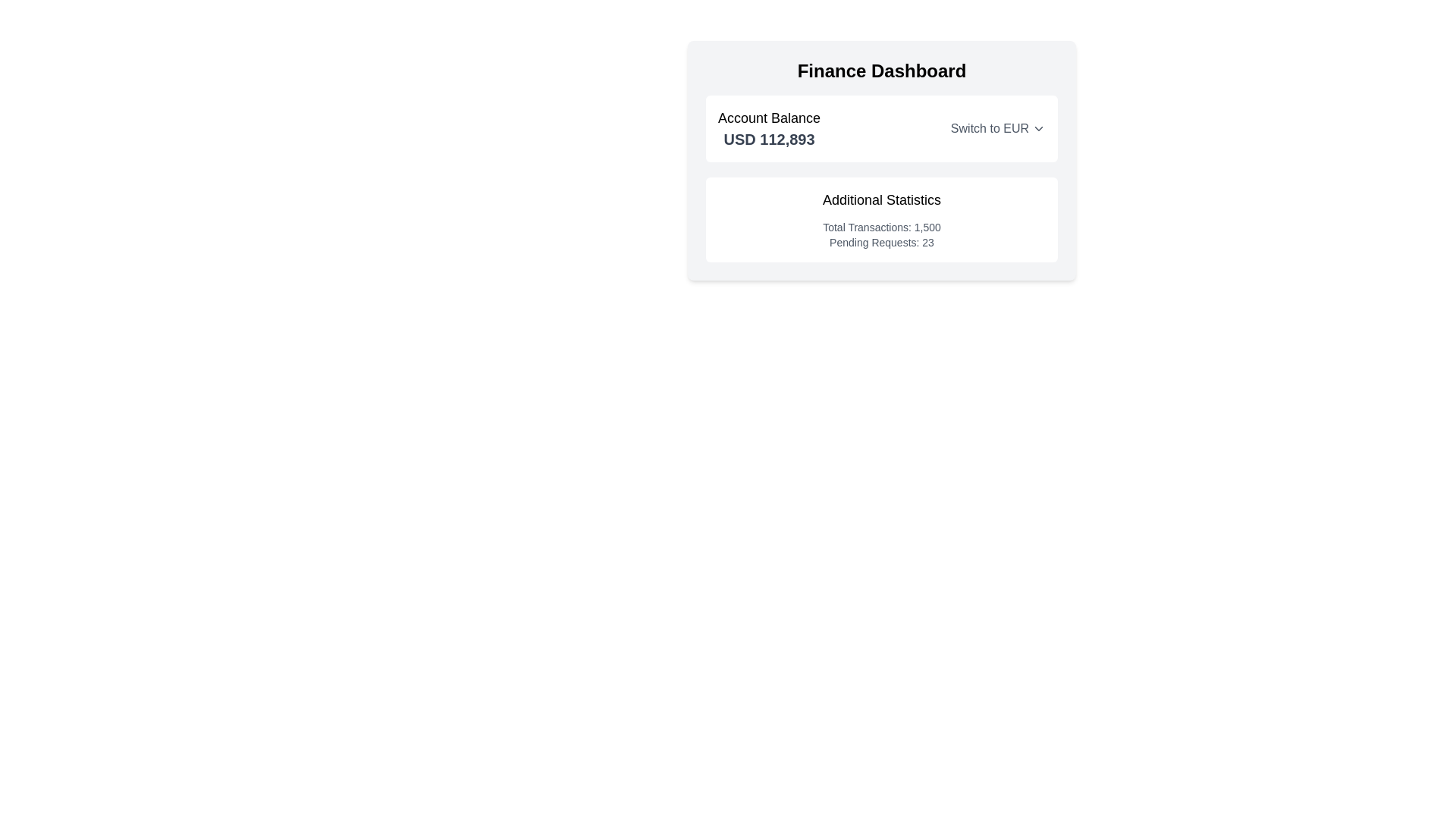 The width and height of the screenshot is (1456, 819). Describe the element at coordinates (1037, 127) in the screenshot. I see `the dropdown indicator icon (chevron) located to the right of the 'Switch to EUR' text to trigger the tooltip or highlight effect` at that location.